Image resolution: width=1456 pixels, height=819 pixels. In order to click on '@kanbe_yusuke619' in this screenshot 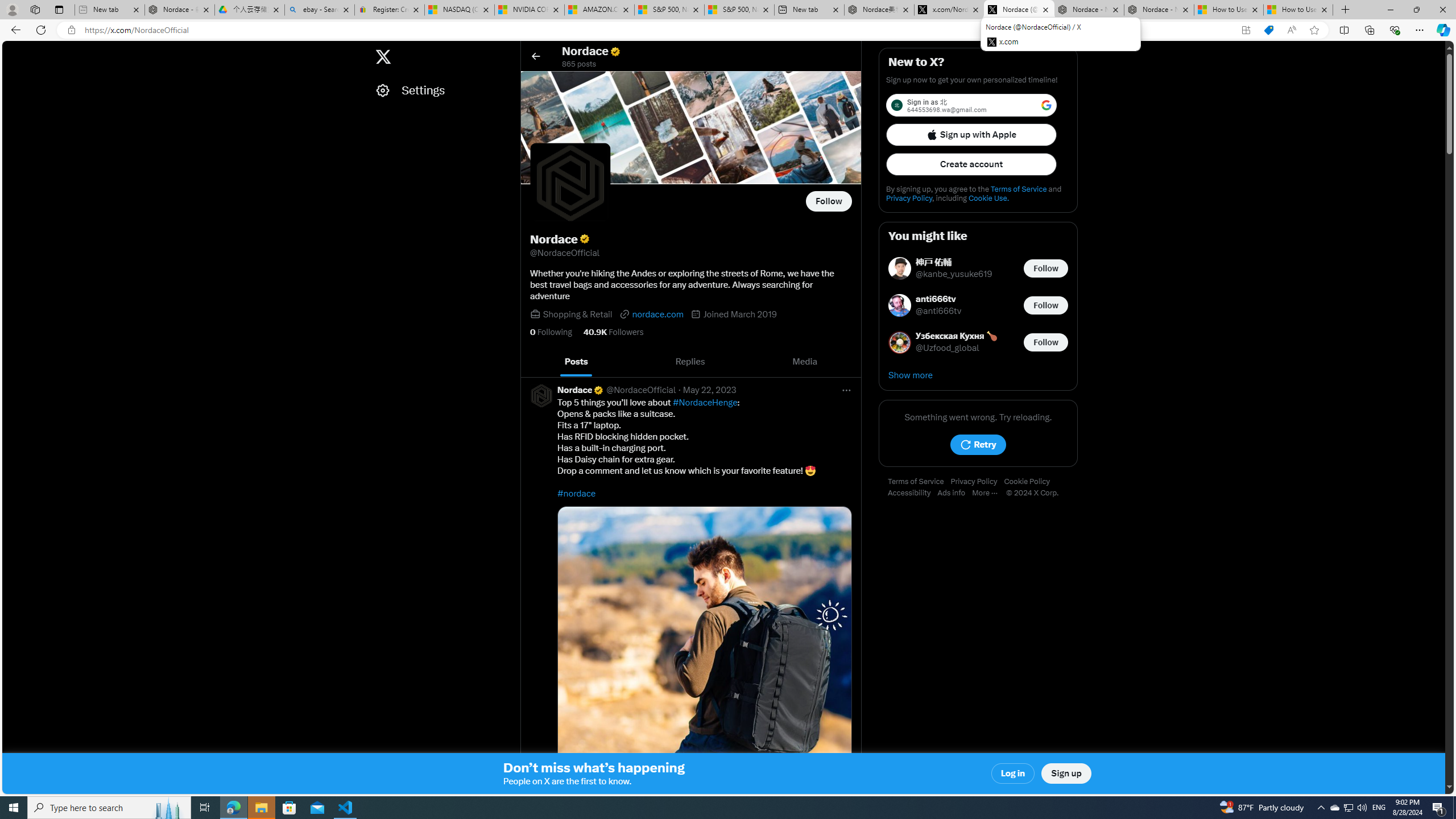, I will do `click(954, 274)`.